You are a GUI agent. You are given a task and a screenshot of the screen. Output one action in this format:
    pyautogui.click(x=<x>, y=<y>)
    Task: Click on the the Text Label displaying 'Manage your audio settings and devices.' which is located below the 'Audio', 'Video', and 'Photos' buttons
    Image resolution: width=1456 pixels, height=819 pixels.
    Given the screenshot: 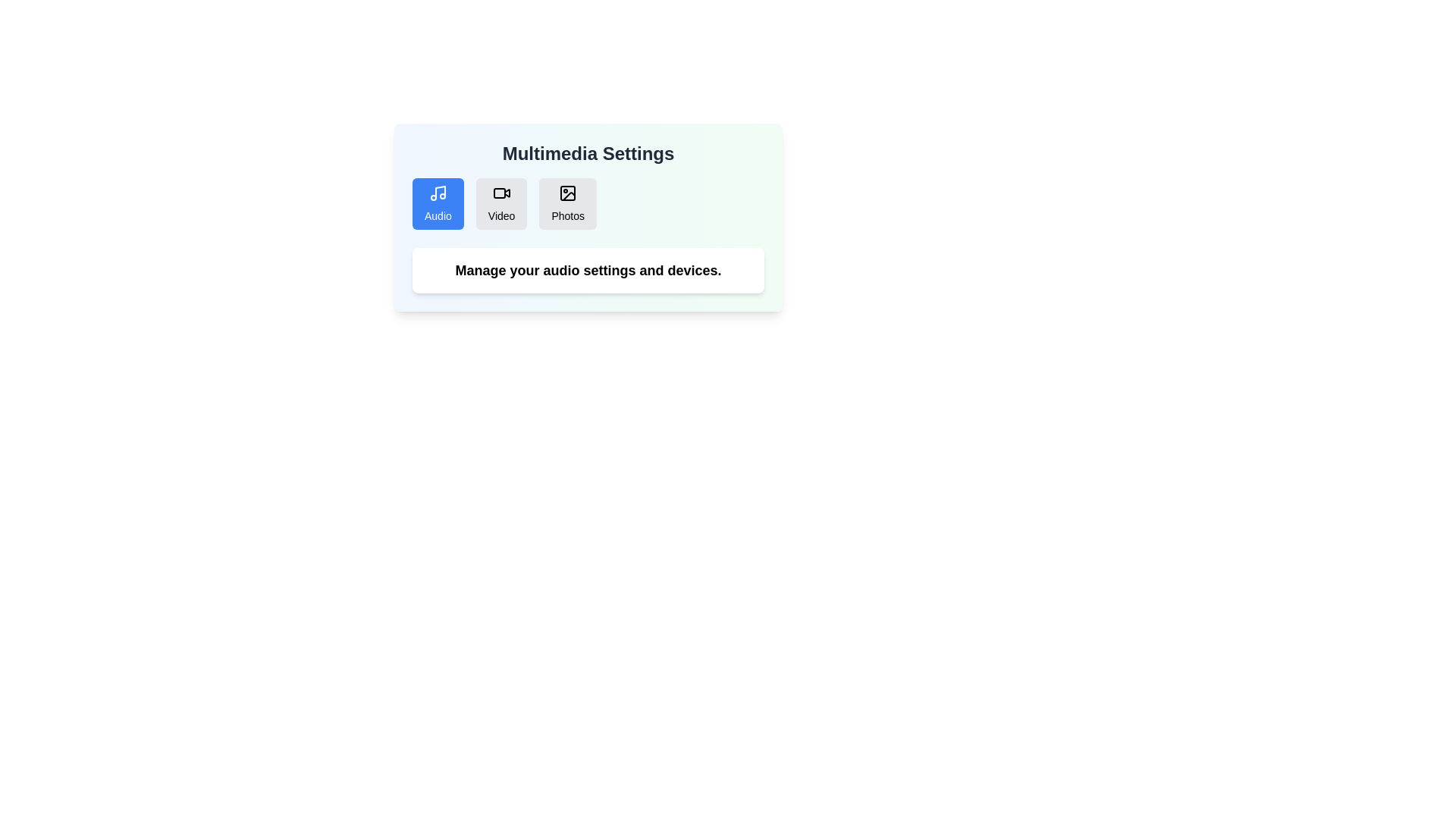 What is the action you would take?
    pyautogui.click(x=588, y=270)
    